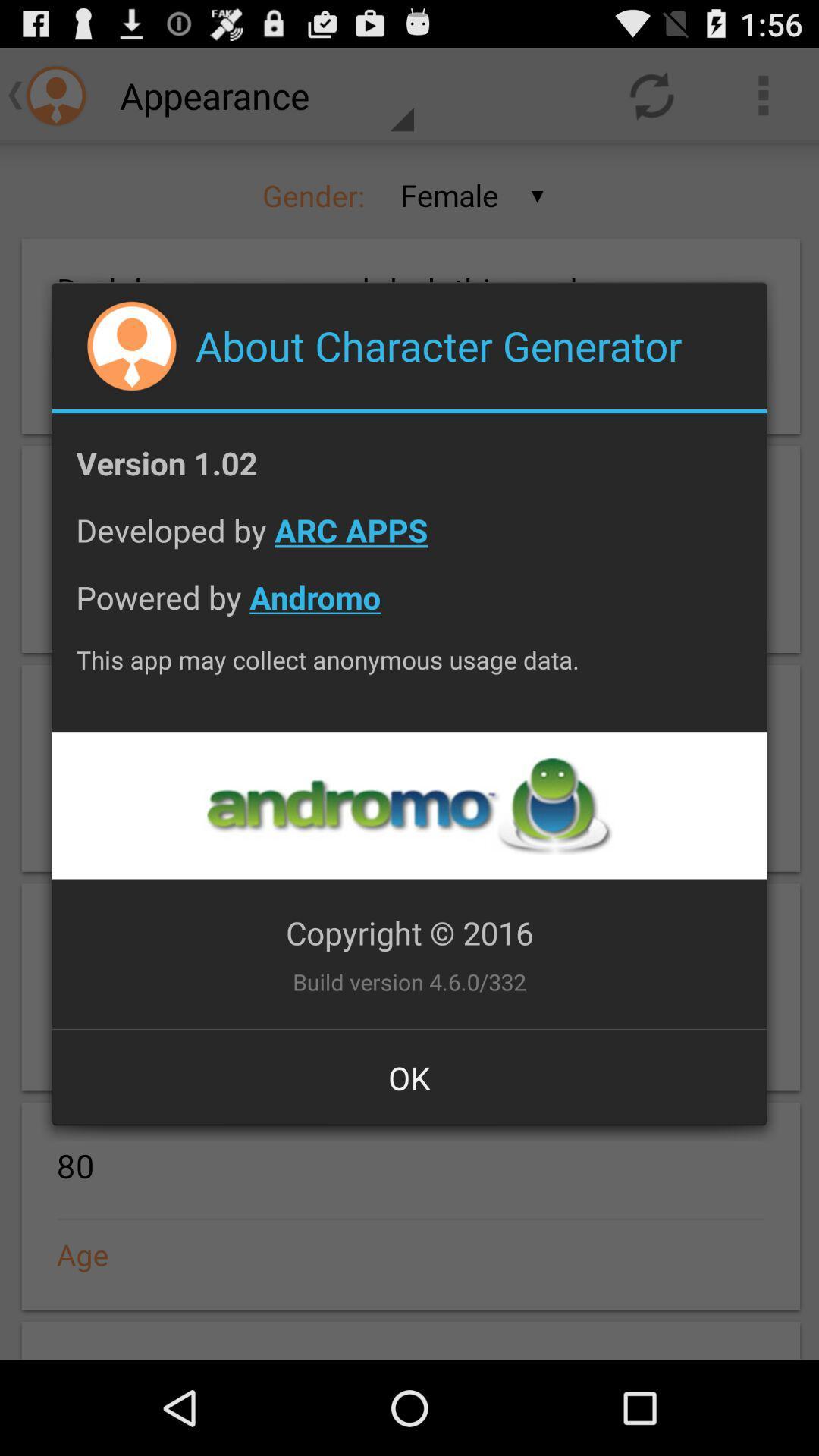  Describe the element at coordinates (408, 805) in the screenshot. I see `andromo website` at that location.